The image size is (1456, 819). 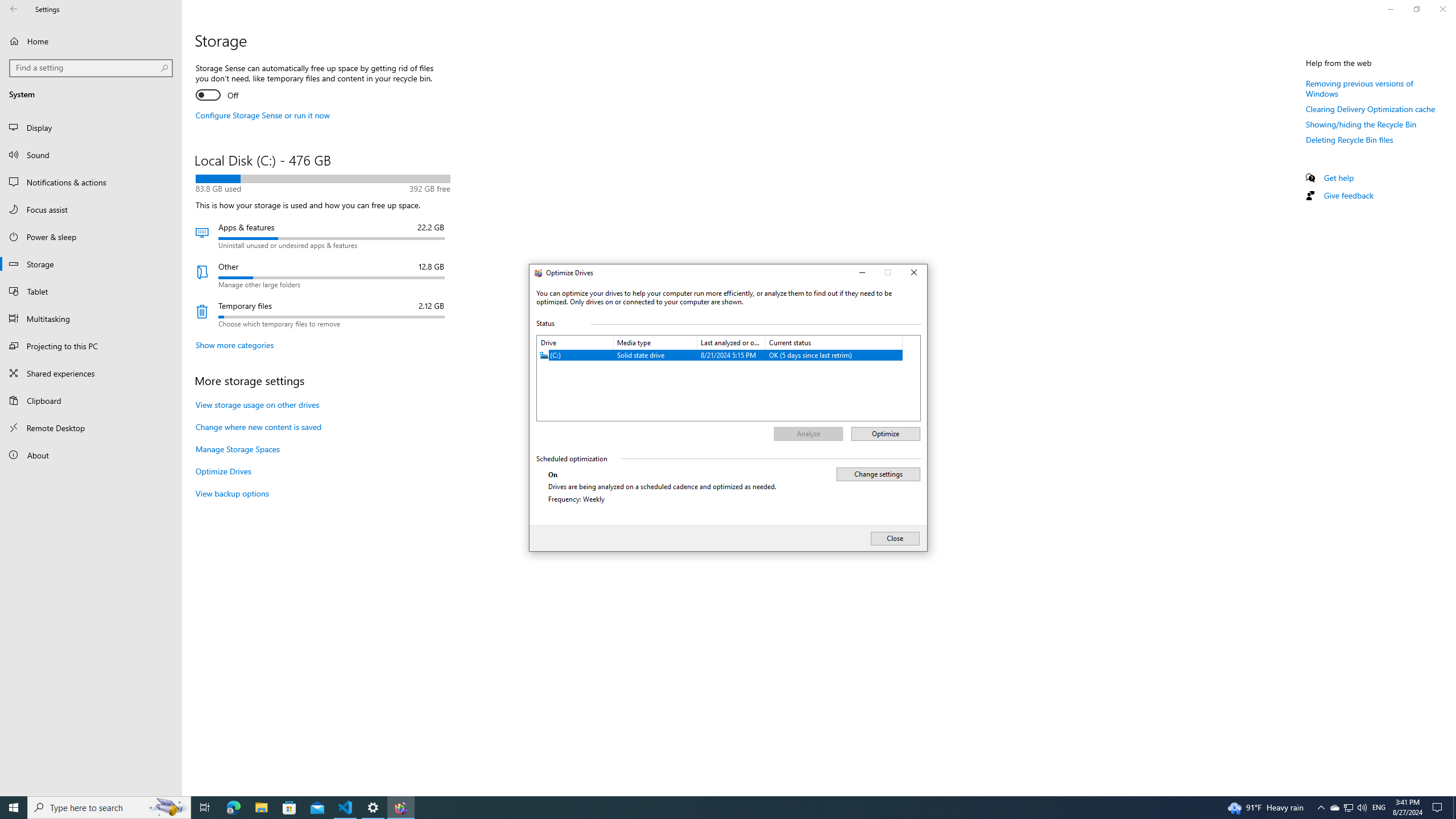 I want to click on 'Tray Input Indicator - English (United States)', so click(x=1379, y=806).